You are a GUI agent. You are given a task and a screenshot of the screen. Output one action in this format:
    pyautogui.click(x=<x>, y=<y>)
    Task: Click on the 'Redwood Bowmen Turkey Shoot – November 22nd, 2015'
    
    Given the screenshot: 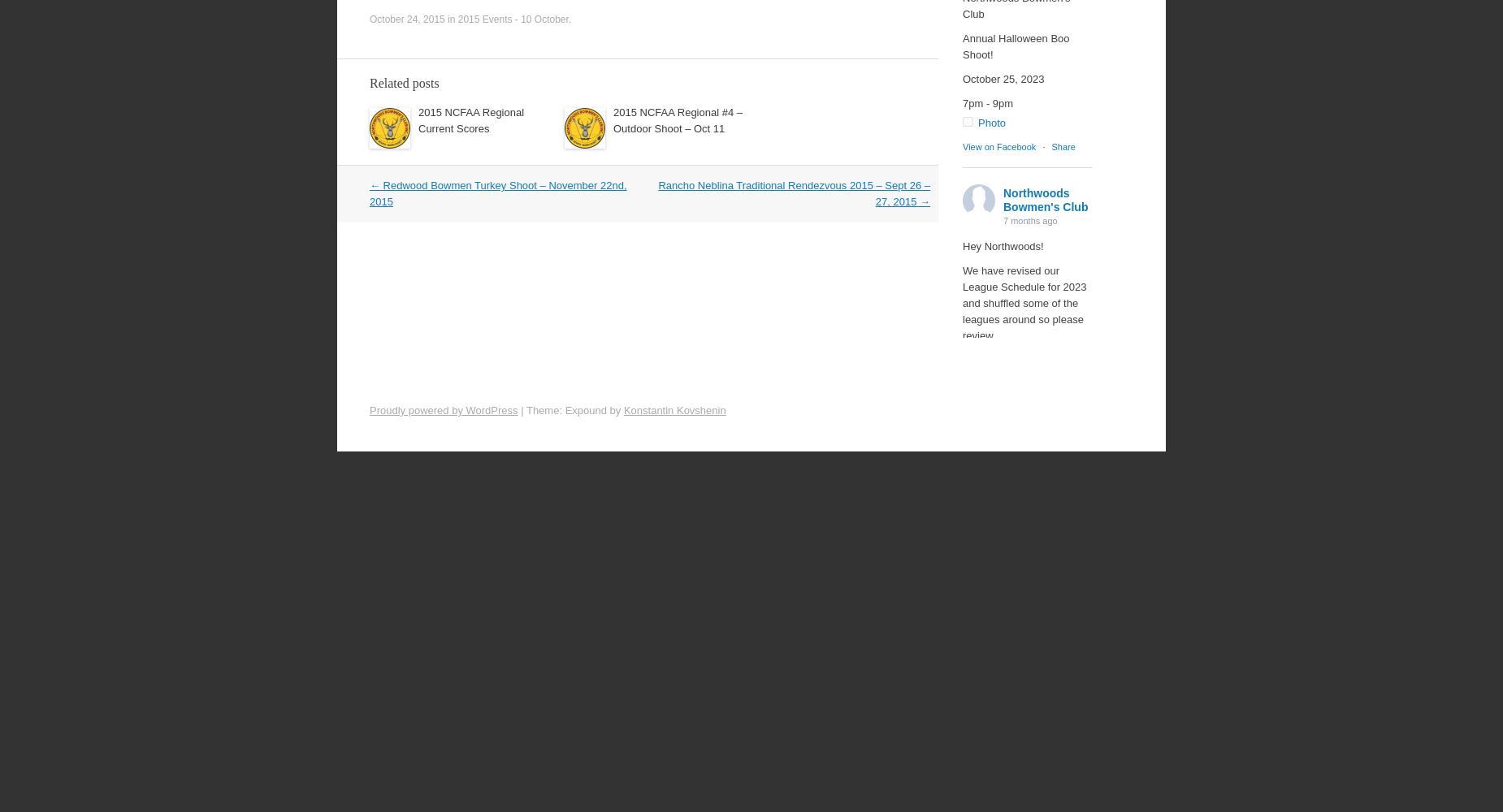 What is the action you would take?
    pyautogui.click(x=498, y=192)
    